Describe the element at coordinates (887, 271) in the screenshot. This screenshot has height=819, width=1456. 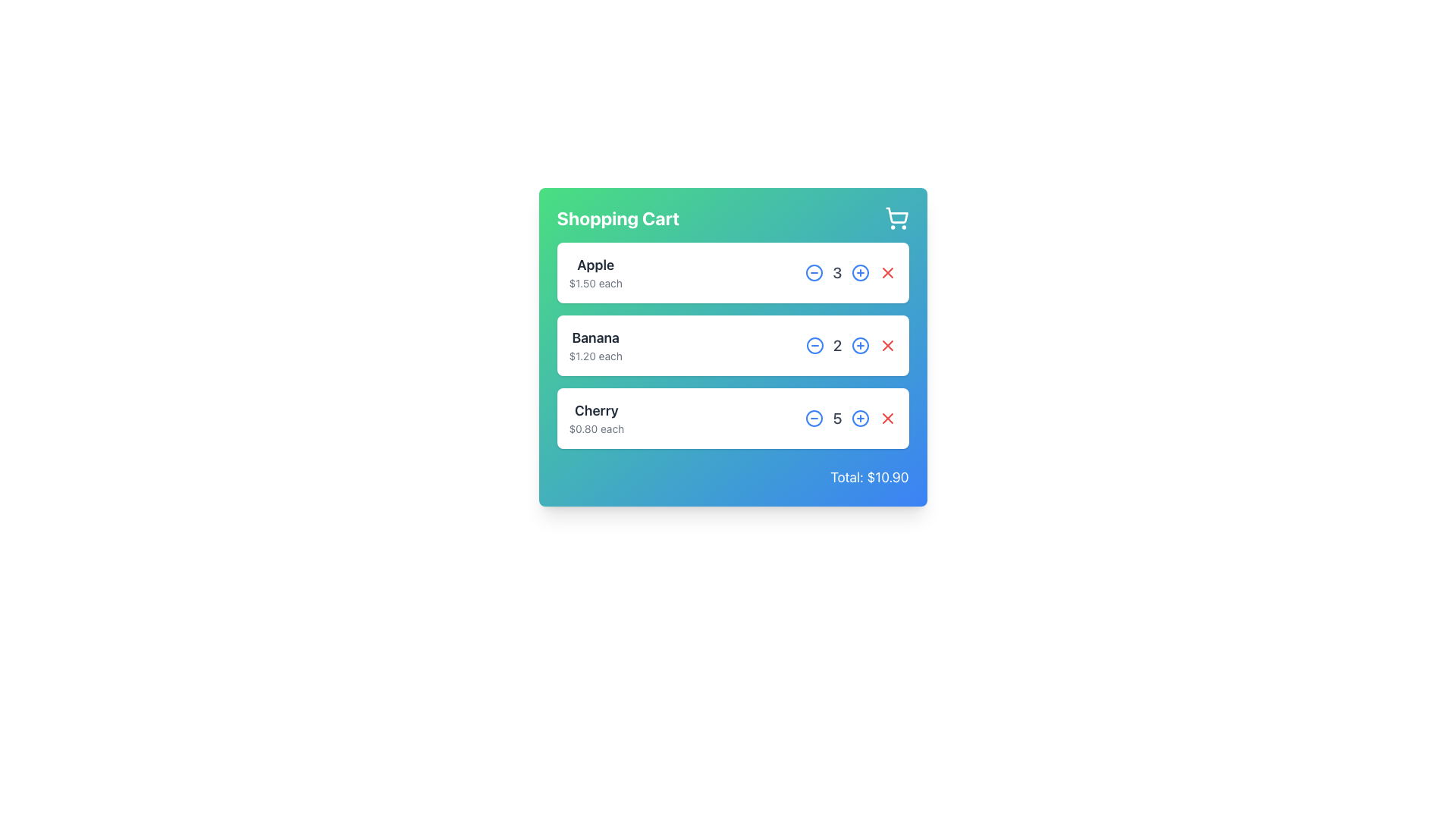
I see `the red 'X' icon button` at that location.